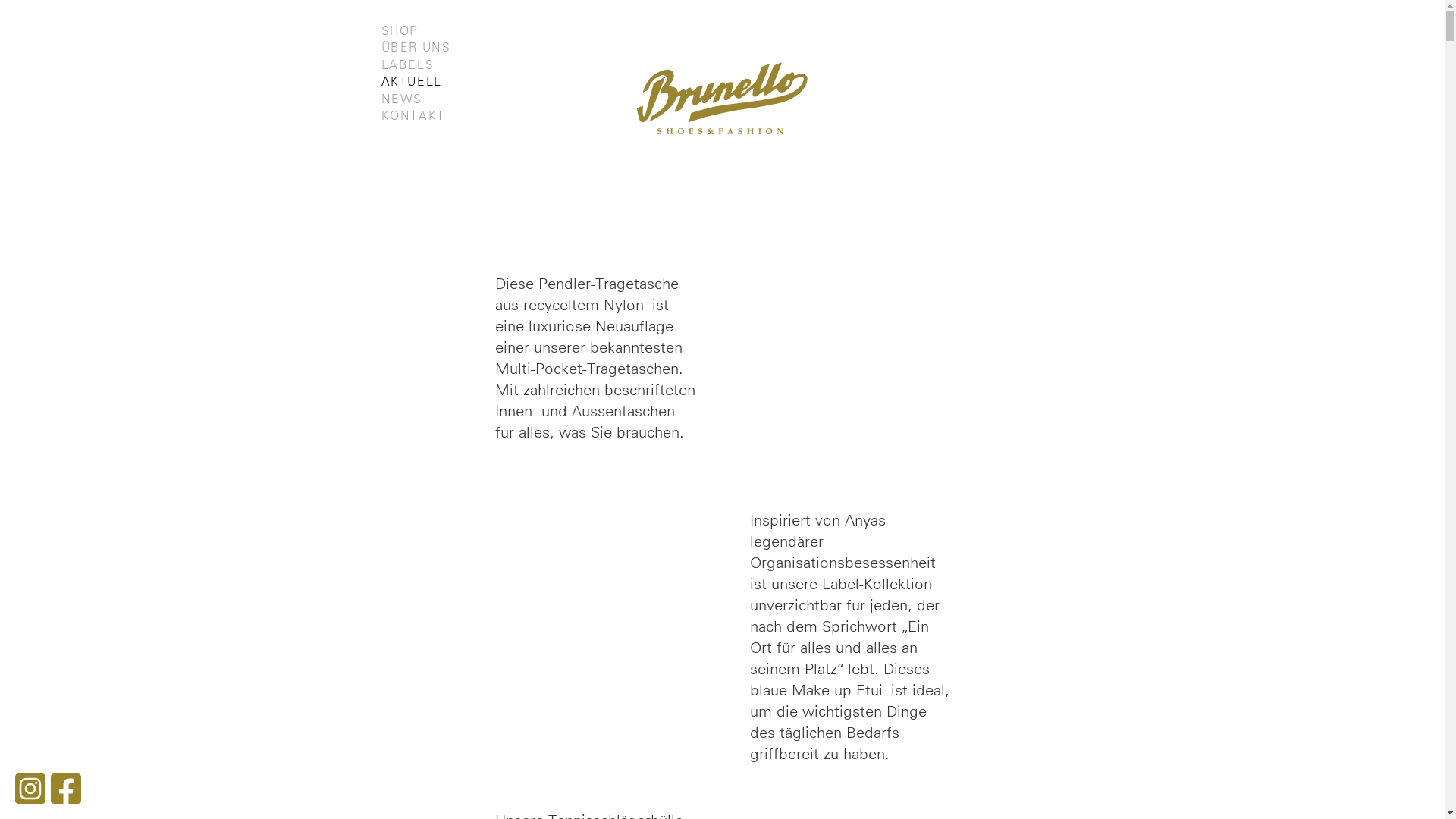 The width and height of the screenshot is (1456, 819). Describe the element at coordinates (399, 31) in the screenshot. I see `'SHOP'` at that location.